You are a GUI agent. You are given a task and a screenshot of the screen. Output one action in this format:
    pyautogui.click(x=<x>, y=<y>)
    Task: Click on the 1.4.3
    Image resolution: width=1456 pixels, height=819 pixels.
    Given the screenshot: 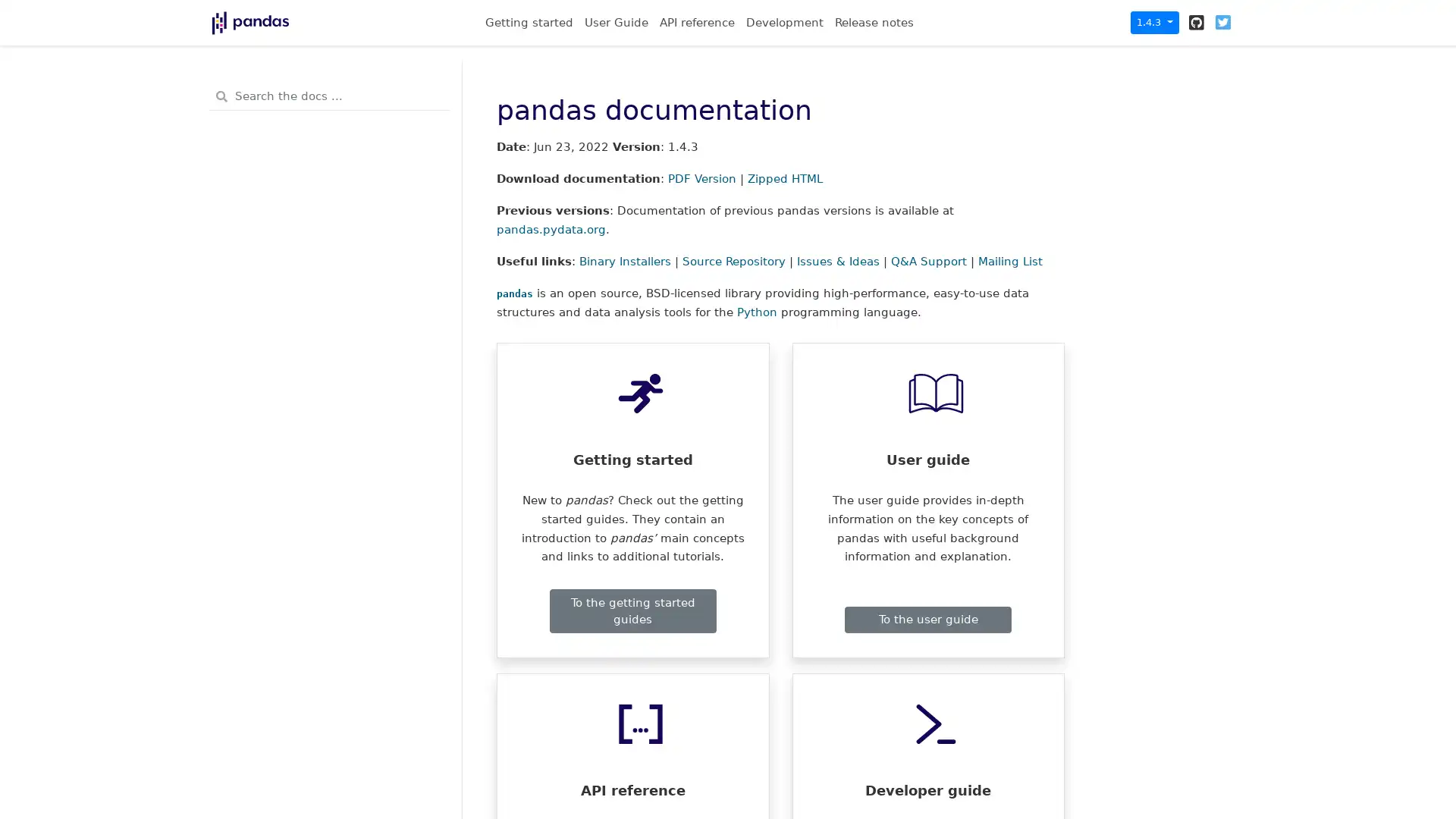 What is the action you would take?
    pyautogui.click(x=1153, y=22)
    